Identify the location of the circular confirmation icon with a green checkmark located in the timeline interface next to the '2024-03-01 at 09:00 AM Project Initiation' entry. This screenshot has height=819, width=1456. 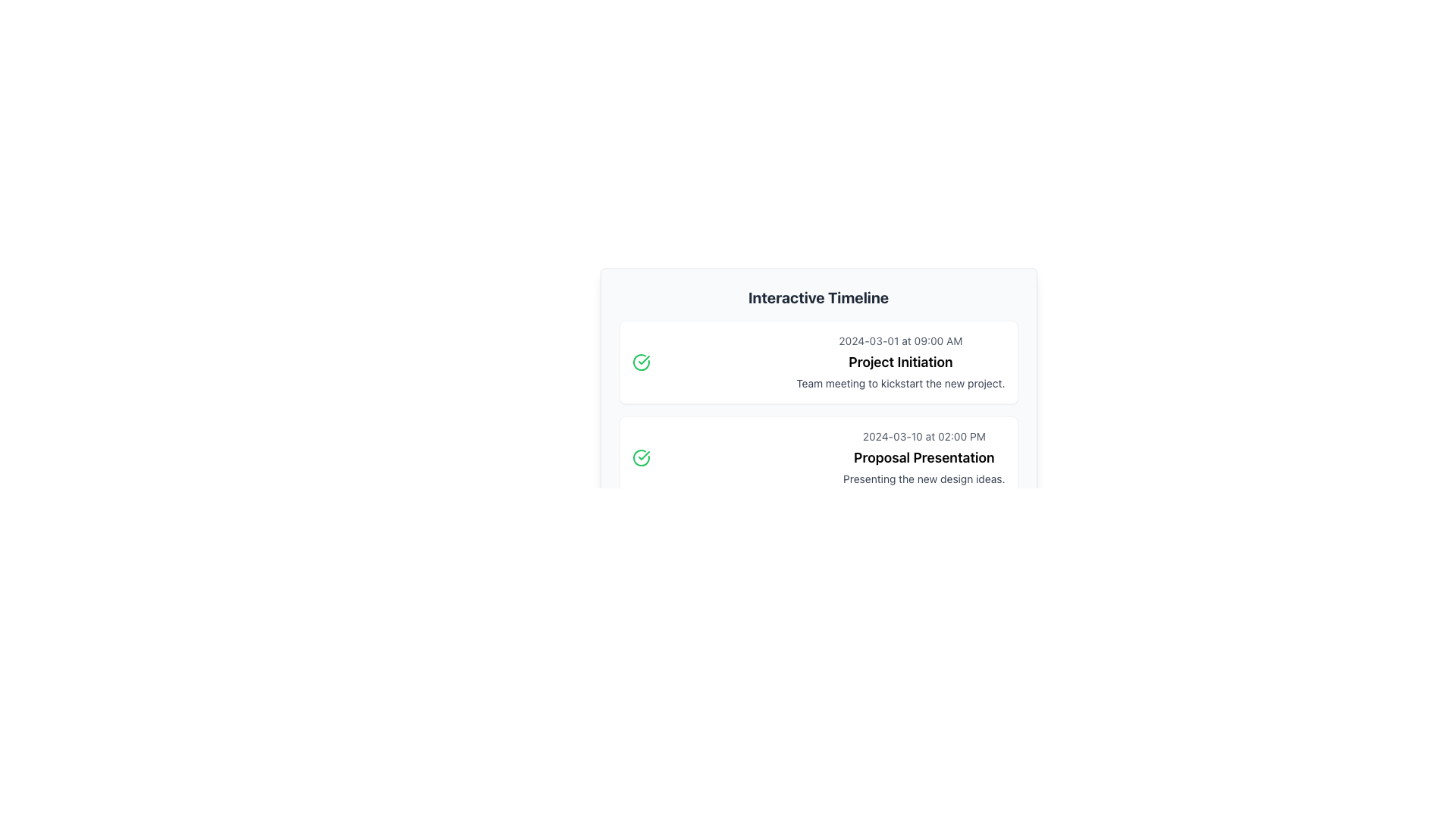
(641, 457).